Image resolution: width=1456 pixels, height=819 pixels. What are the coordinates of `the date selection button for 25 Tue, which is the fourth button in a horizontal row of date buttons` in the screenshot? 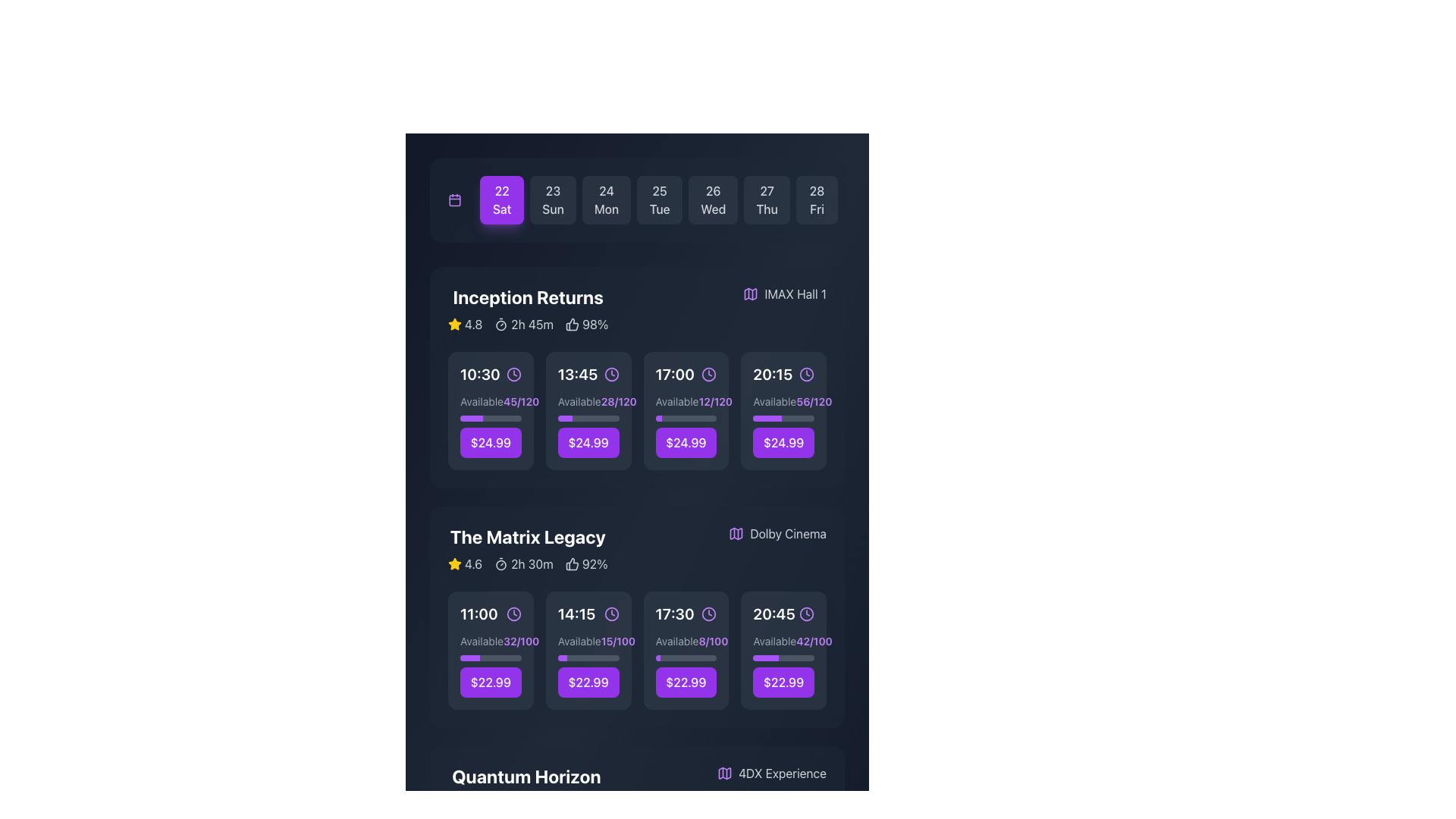 It's located at (660, 199).